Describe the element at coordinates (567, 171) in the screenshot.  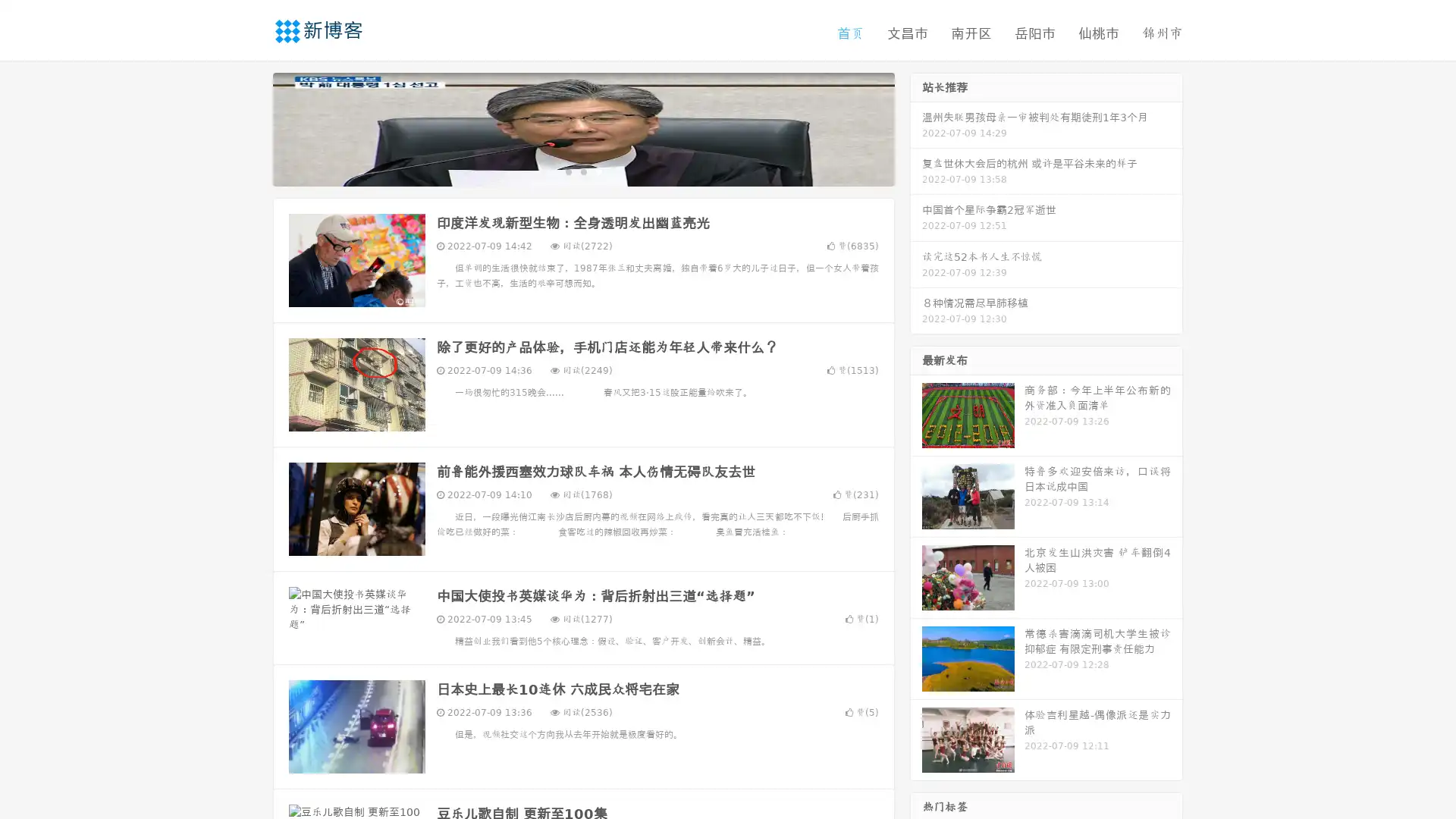
I see `Go to slide 1` at that location.